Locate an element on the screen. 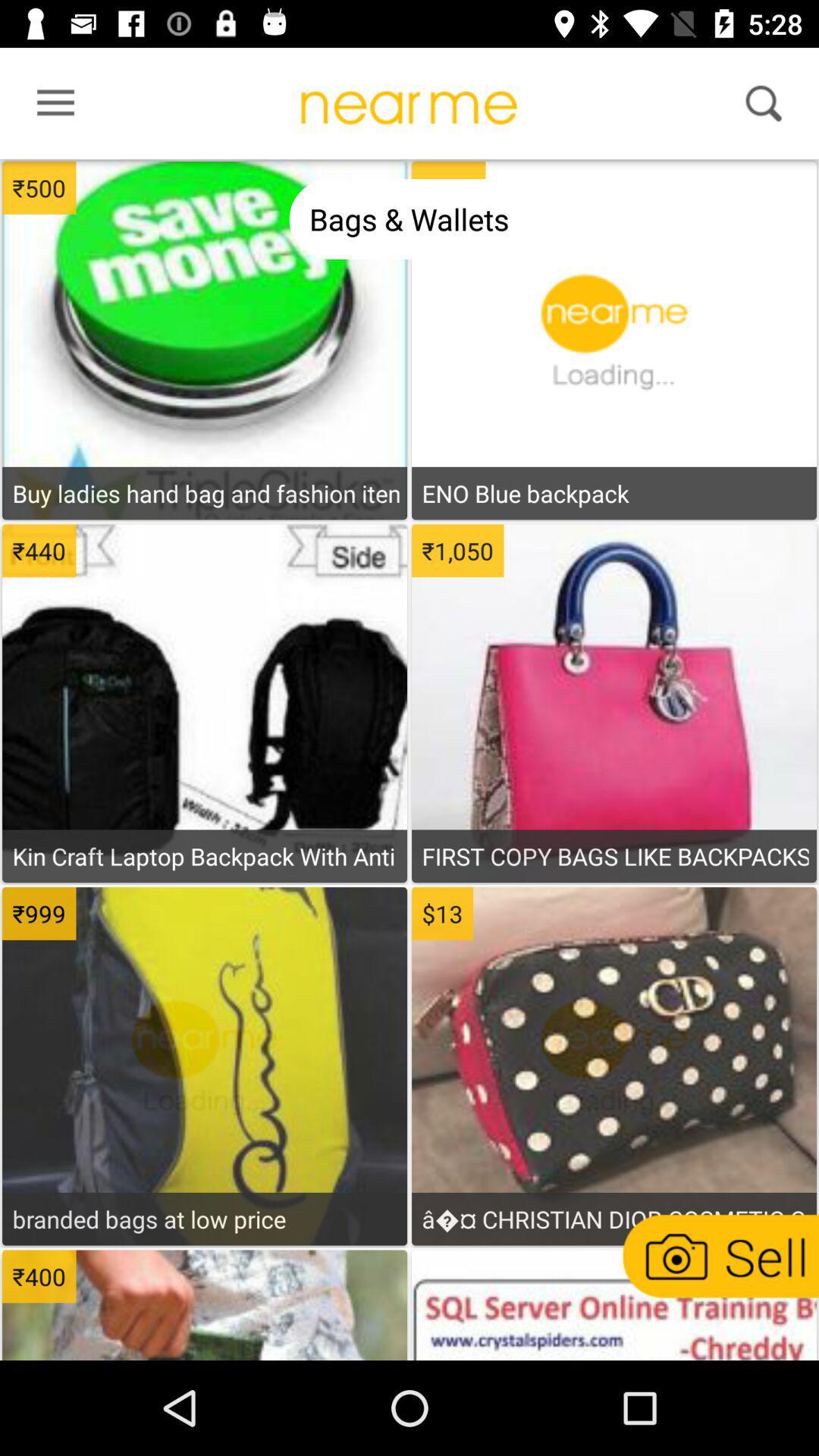  sell your photos is located at coordinates (718, 1256).